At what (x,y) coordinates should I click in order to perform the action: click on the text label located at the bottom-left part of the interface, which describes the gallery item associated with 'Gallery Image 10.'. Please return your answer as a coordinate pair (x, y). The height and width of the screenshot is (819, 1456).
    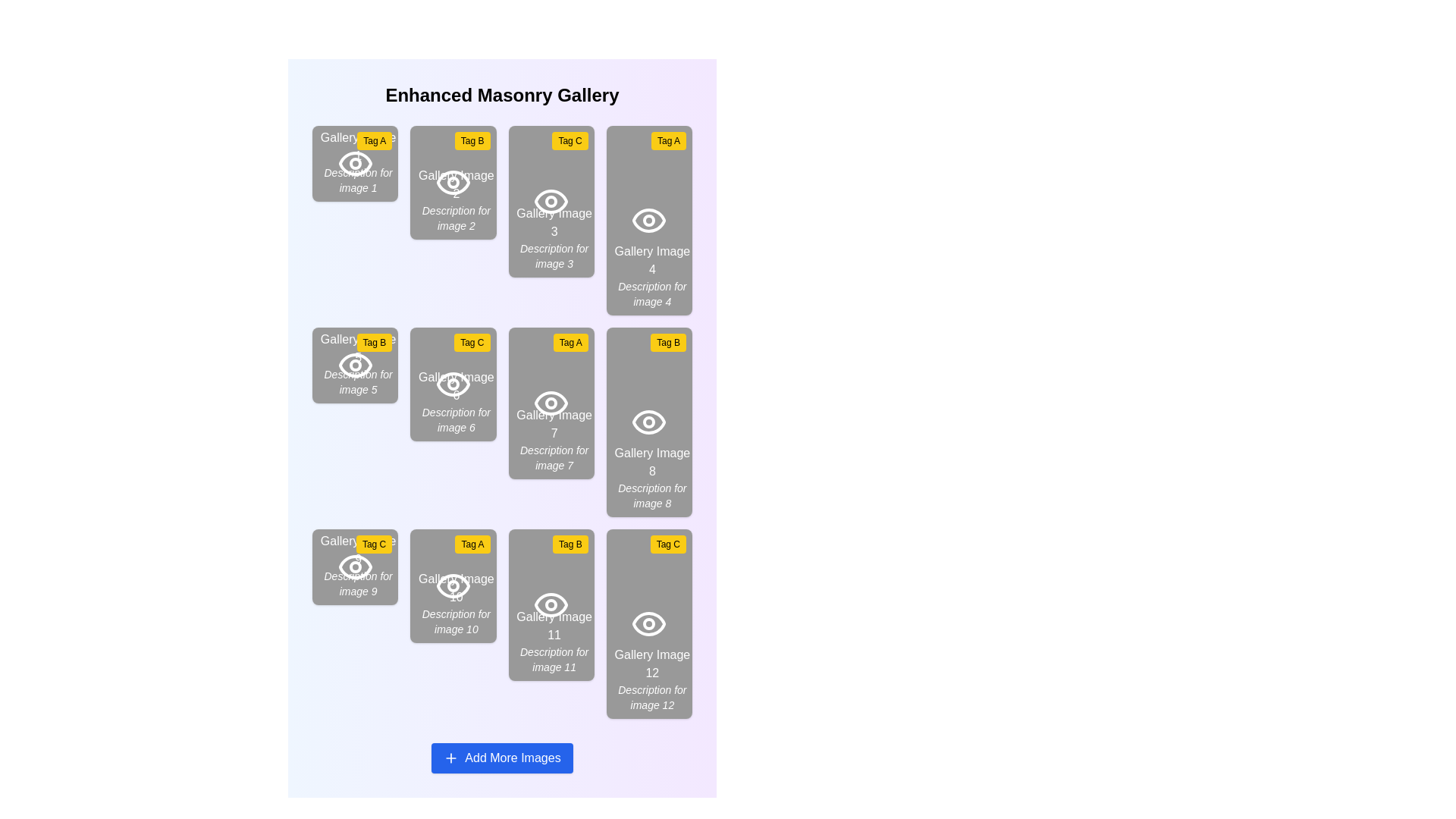
    Looking at the image, I should click on (455, 622).